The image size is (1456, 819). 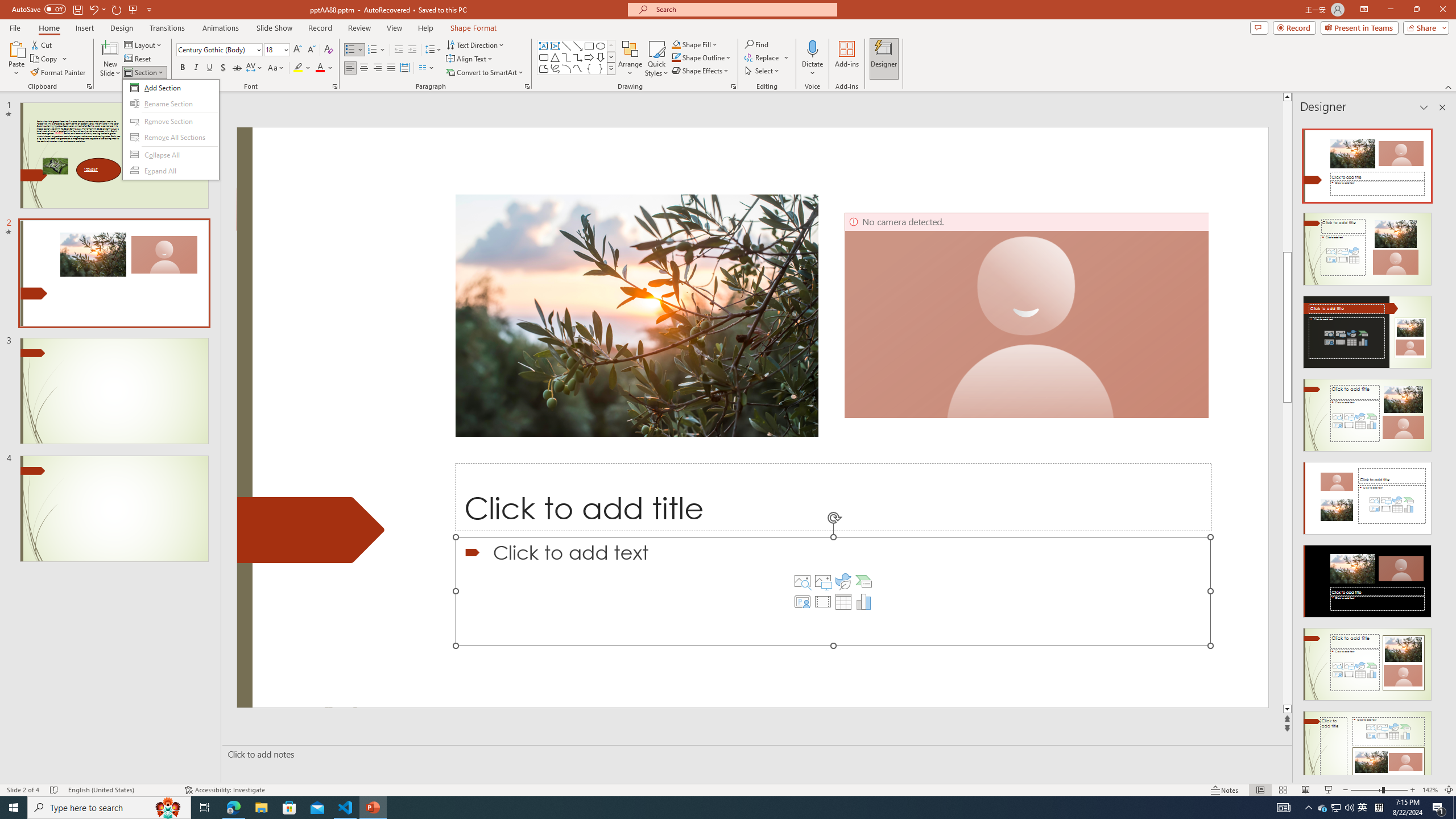 I want to click on 'Insert Cameo', so click(x=802, y=601).